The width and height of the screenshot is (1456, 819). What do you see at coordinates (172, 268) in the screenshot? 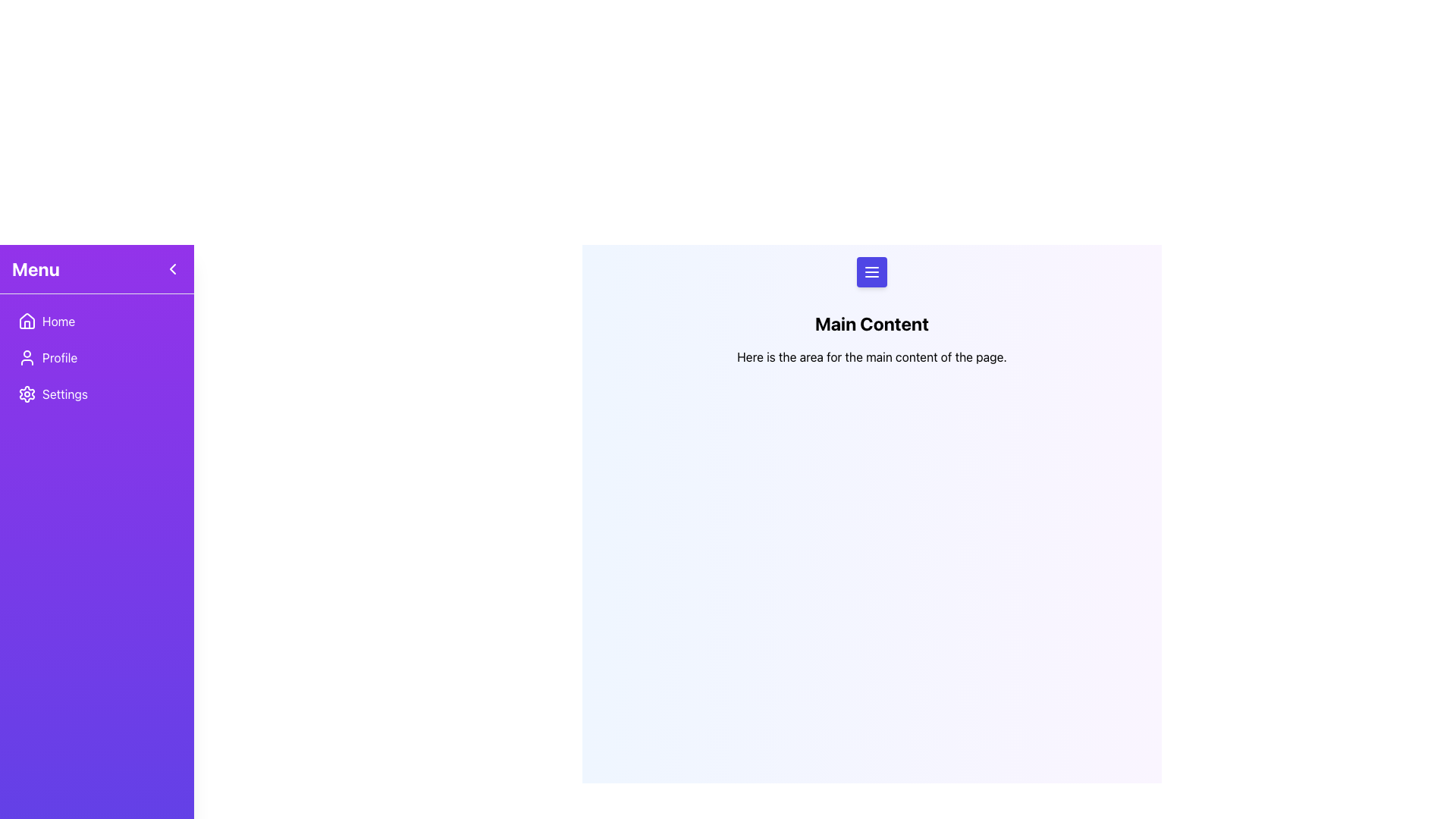
I see `the sidebar navigation icon located at the top-right corner` at bounding box center [172, 268].